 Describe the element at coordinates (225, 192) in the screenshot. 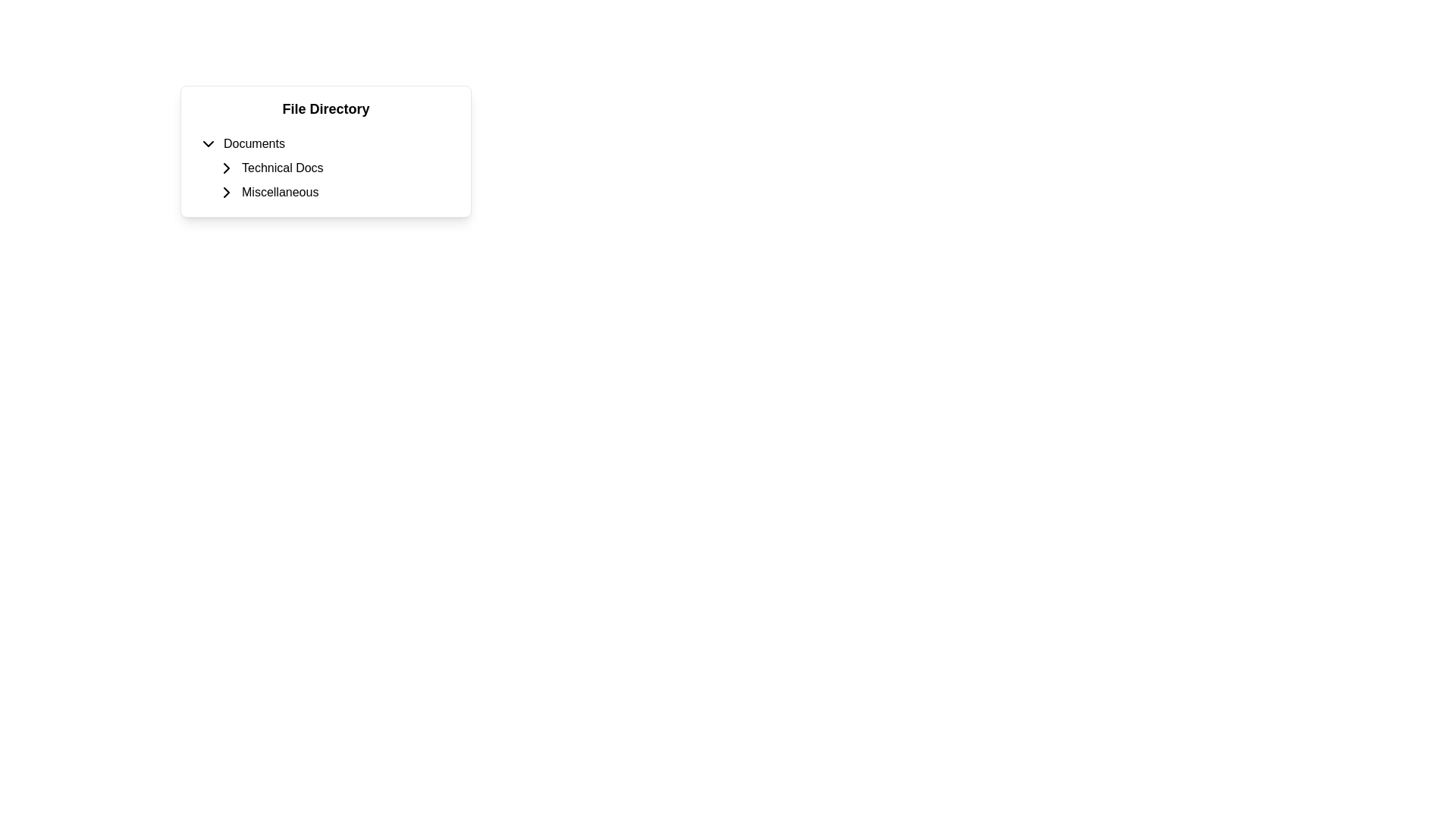

I see `the chevron icon representing navigation for the 'Miscellaneous' folder` at that location.